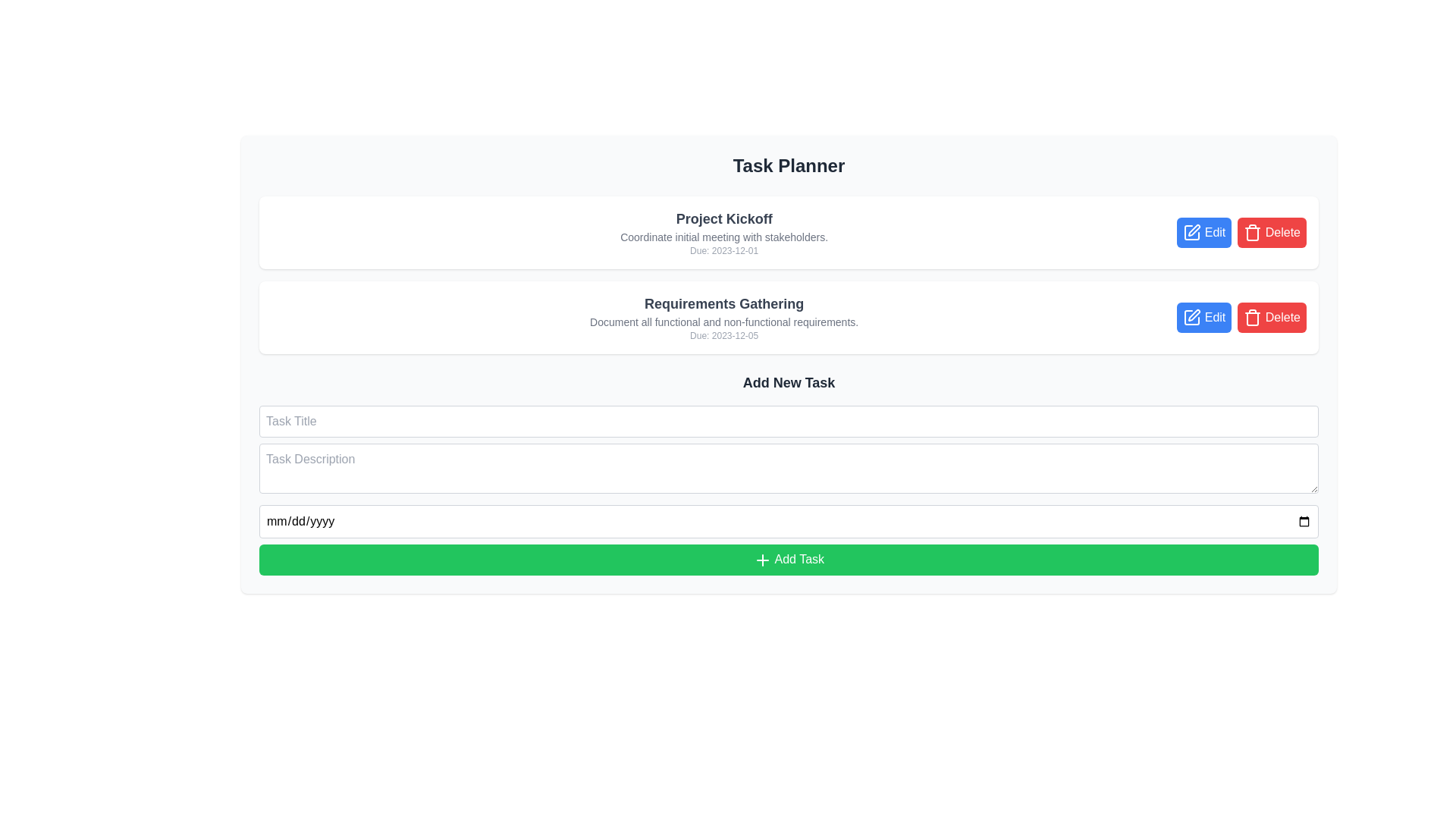  I want to click on the edit icon button located at the top right of the task card, so click(1193, 231).